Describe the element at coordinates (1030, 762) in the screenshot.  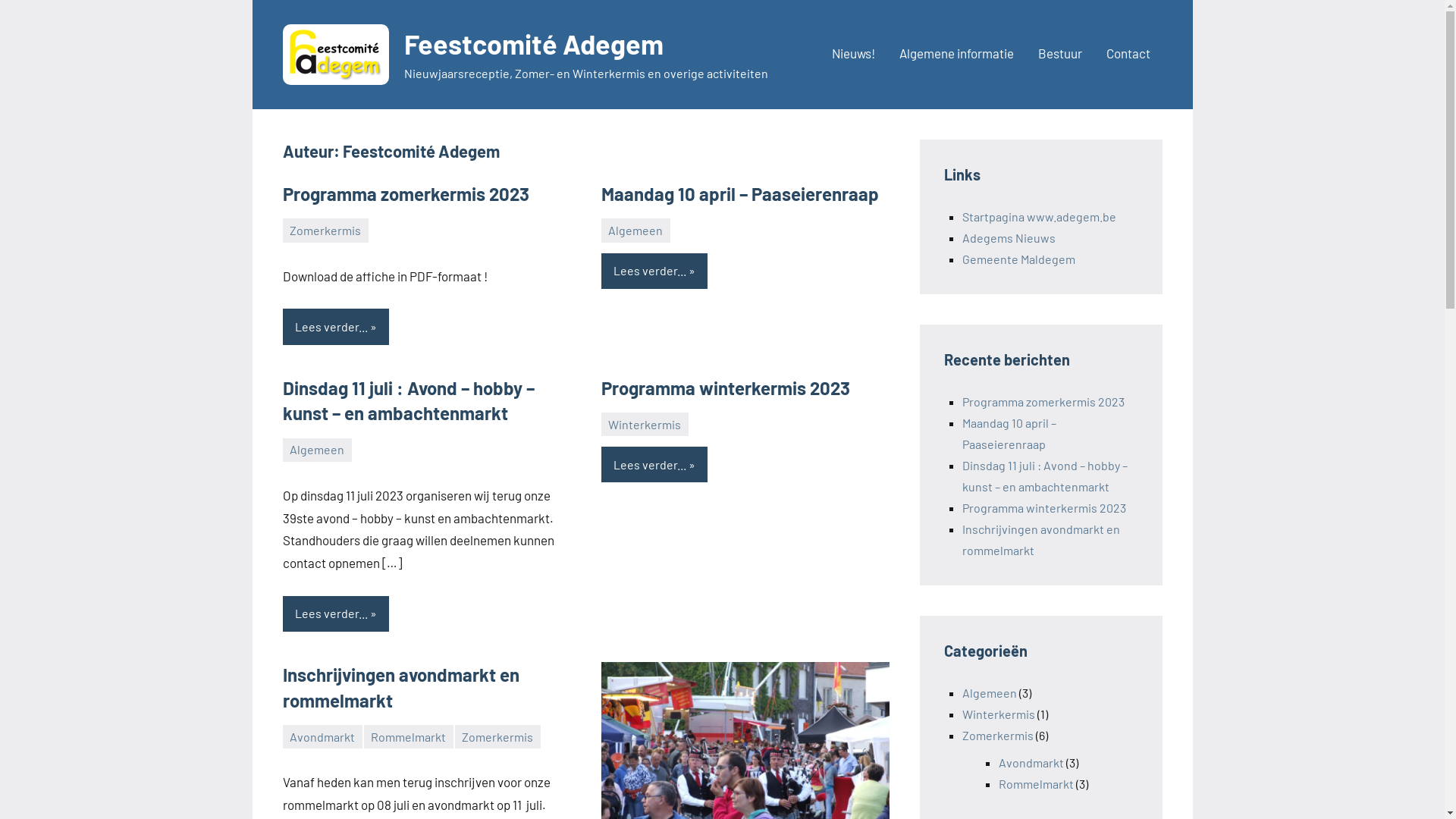
I see `'Avondmarkt'` at that location.